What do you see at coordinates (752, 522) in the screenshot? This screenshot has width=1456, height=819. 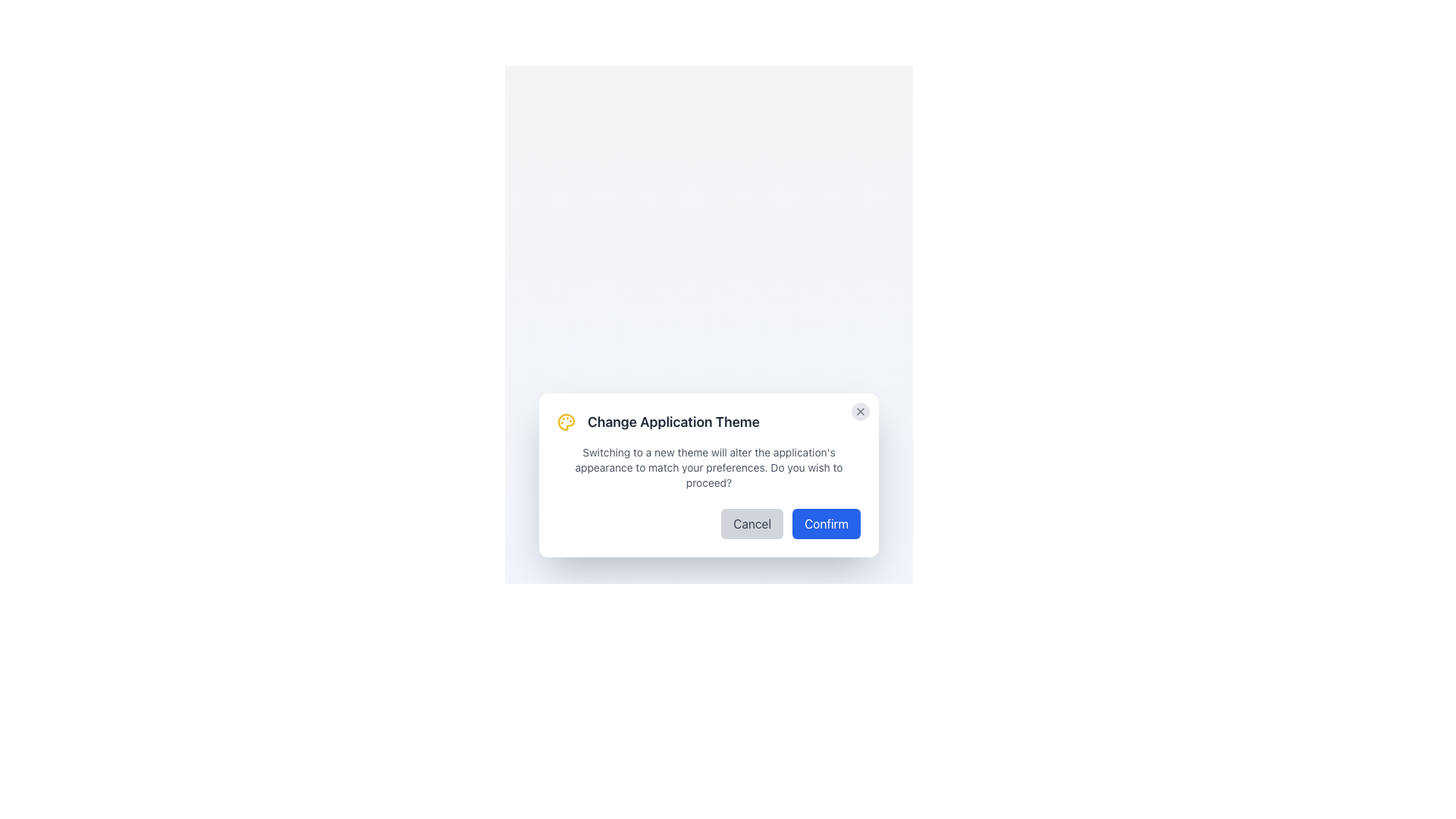 I see `the 'Cancel' button, which is a light gray rectangular button with rounded corners located at the bottom left of the dialog box` at bounding box center [752, 522].